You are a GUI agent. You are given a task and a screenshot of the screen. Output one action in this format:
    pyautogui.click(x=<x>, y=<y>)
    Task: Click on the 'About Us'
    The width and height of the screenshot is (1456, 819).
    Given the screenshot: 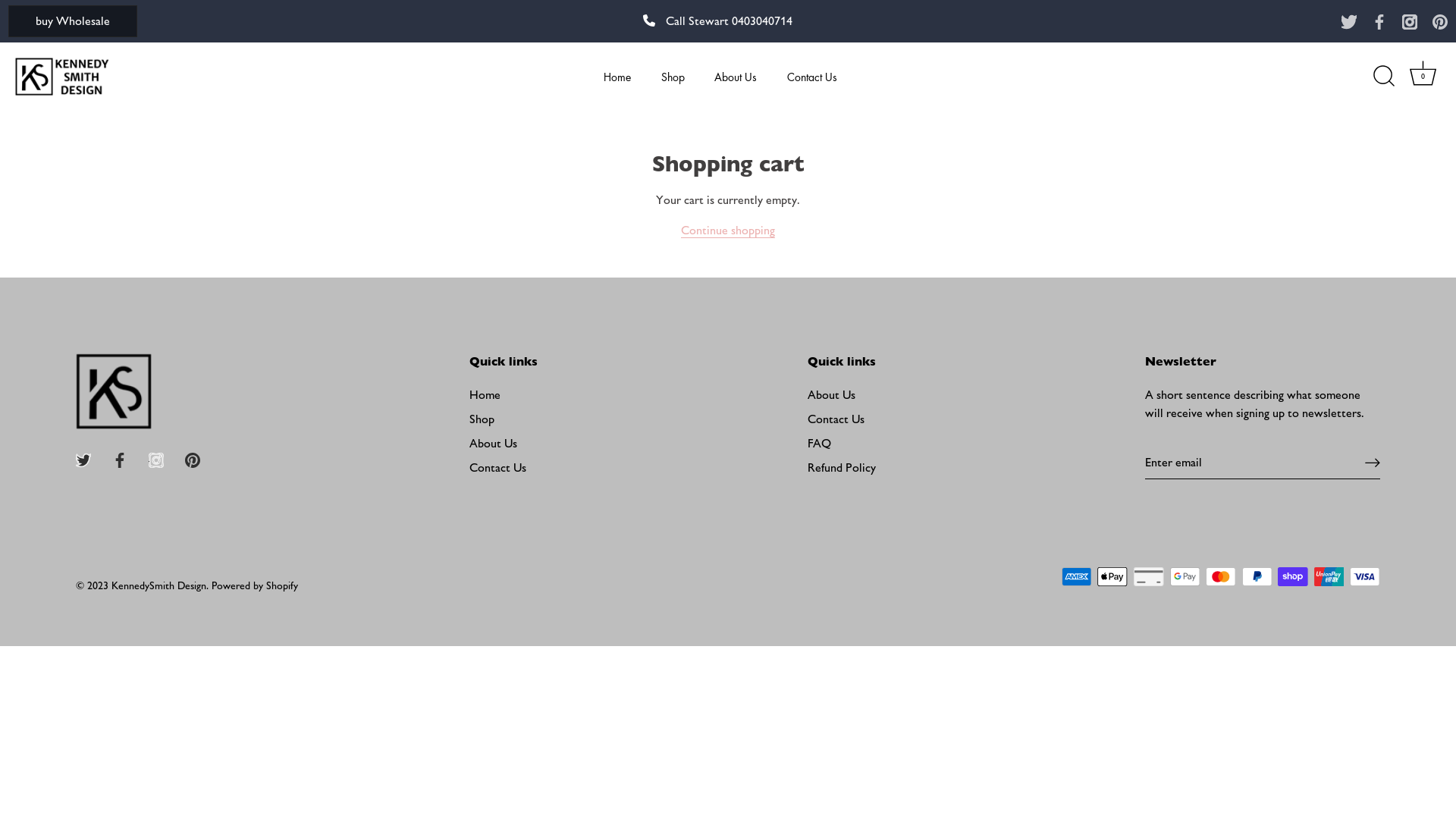 What is the action you would take?
    pyautogui.click(x=493, y=443)
    